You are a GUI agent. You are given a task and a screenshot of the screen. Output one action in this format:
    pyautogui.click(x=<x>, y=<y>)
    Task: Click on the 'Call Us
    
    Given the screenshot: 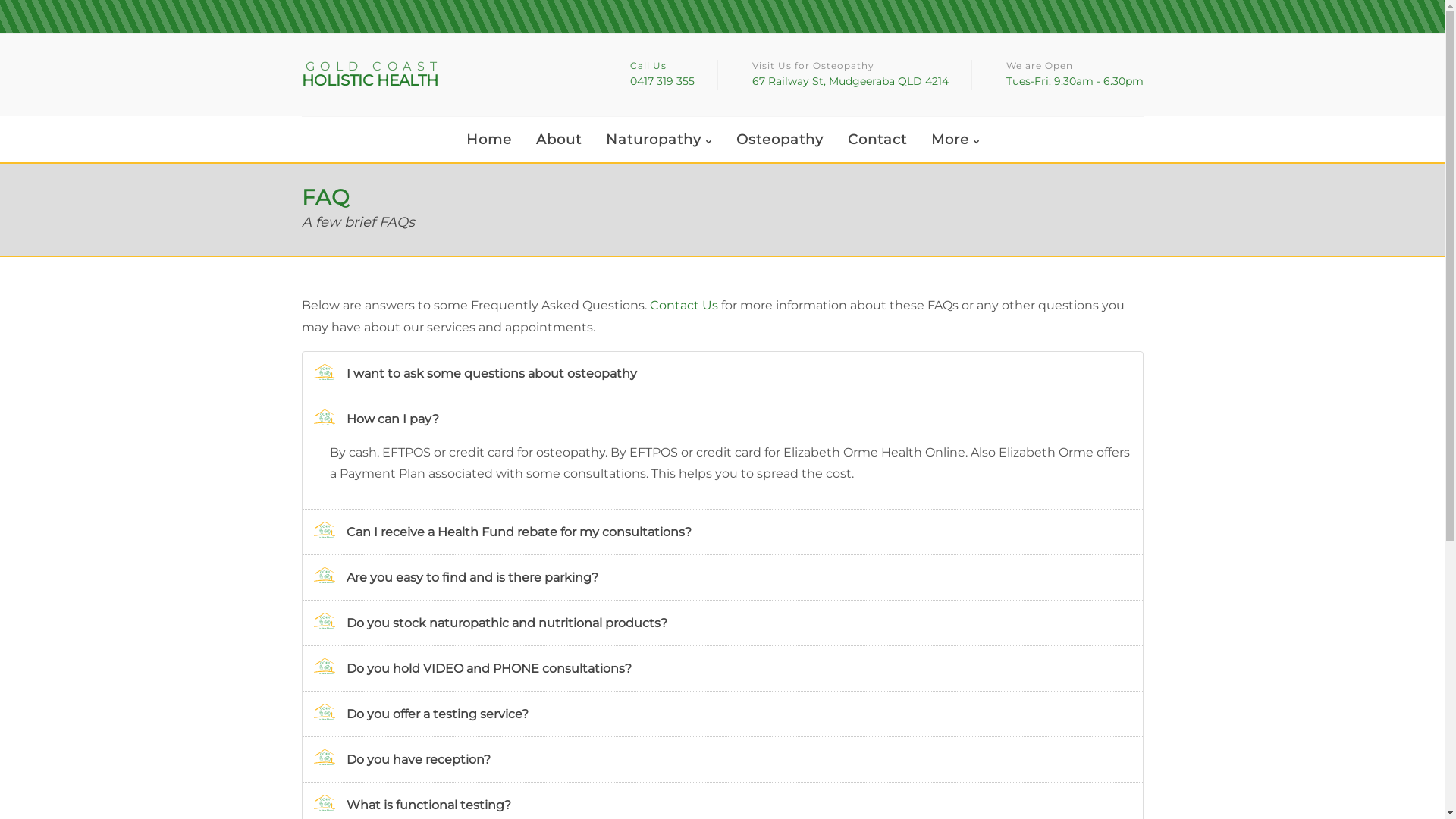 What is the action you would take?
    pyautogui.click(x=661, y=75)
    